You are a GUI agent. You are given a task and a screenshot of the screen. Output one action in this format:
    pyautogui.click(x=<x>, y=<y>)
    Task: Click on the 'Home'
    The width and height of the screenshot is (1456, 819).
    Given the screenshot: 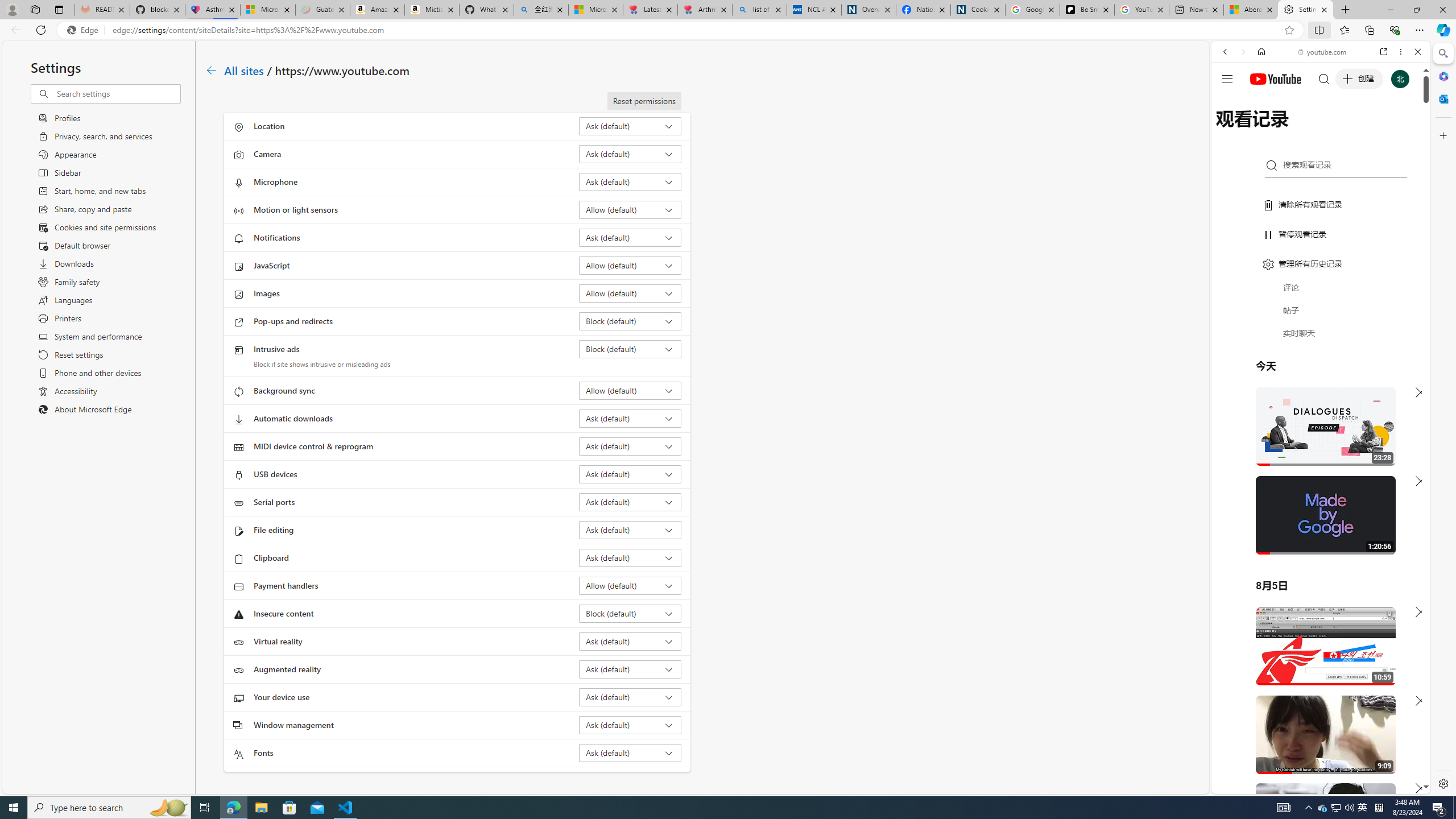 What is the action you would take?
    pyautogui.click(x=1261, y=51)
    